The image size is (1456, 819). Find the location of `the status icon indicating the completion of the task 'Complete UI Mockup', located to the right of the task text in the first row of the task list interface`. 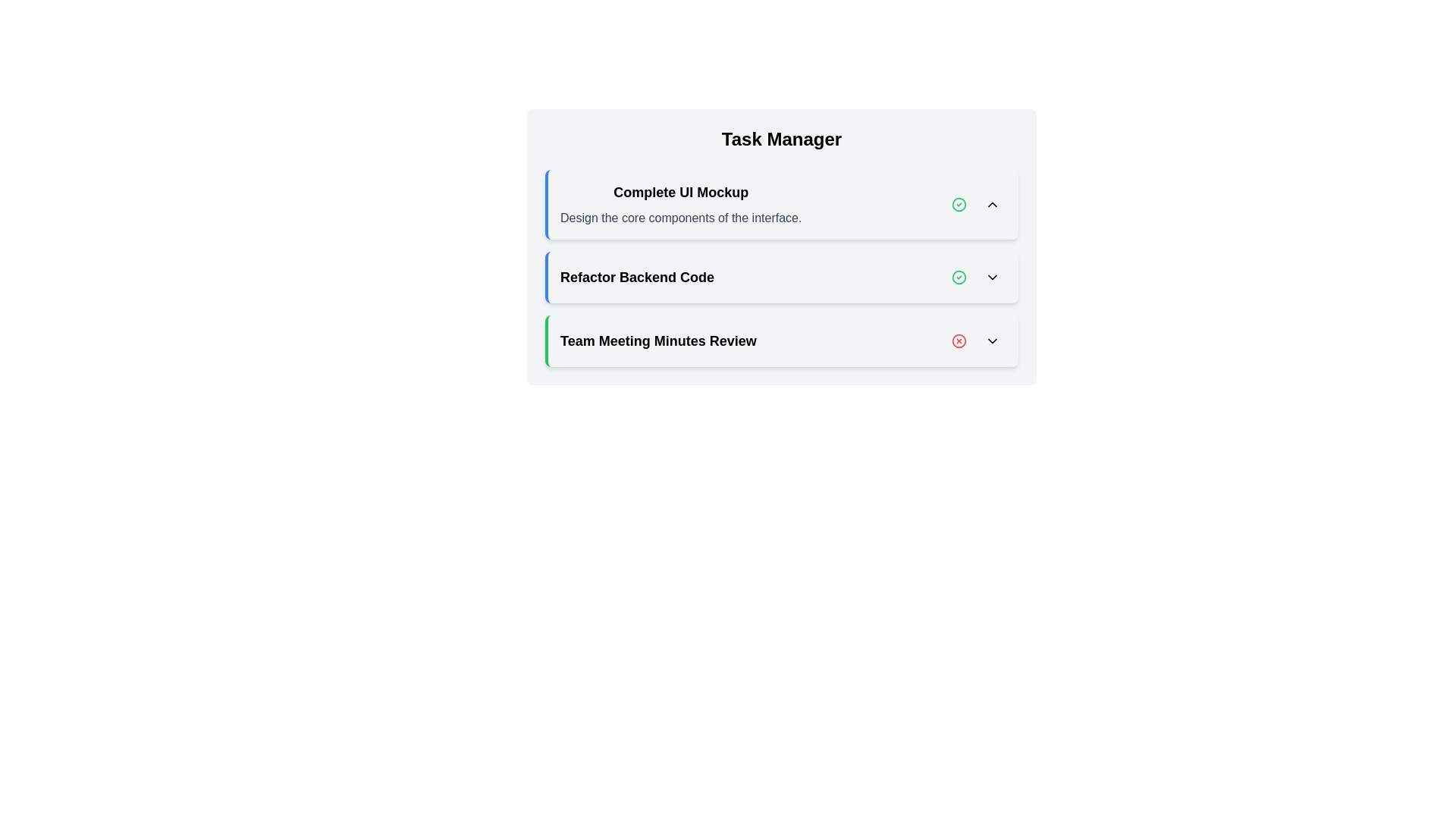

the status icon indicating the completion of the task 'Complete UI Mockup', located to the right of the task text in the first row of the task list interface is located at coordinates (959, 205).